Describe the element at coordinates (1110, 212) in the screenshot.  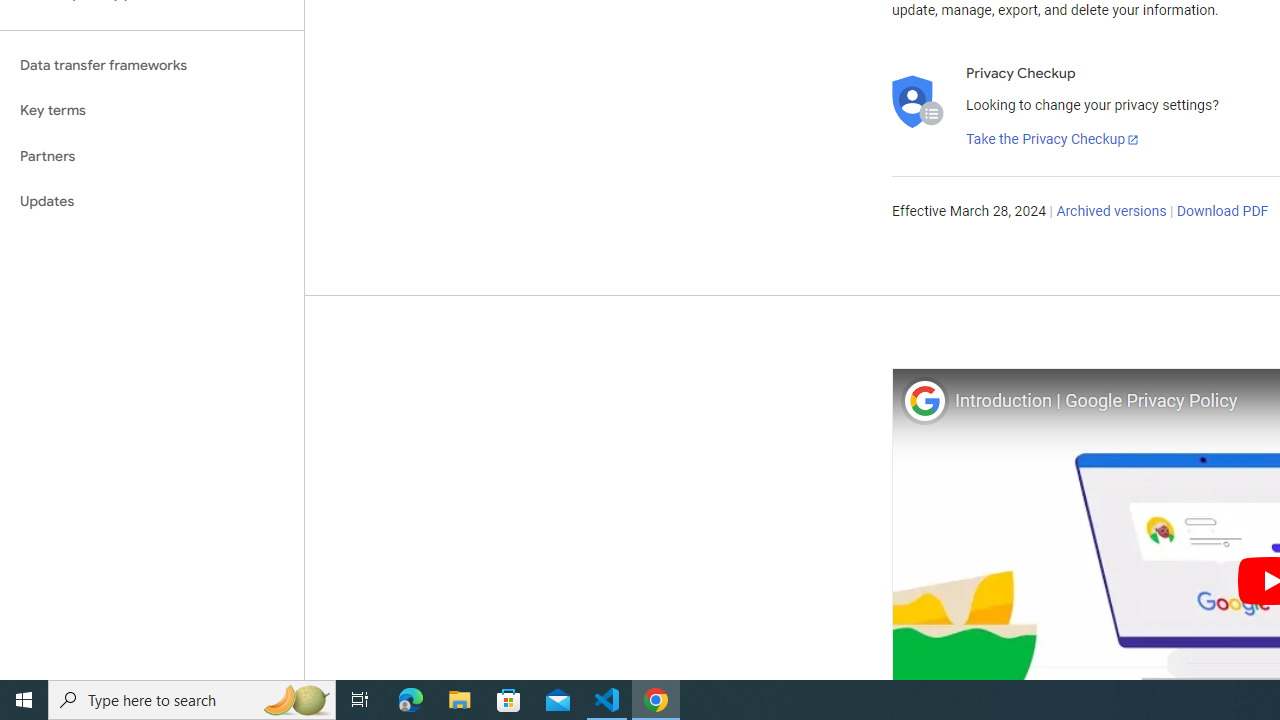
I see `'Archived versions'` at that location.